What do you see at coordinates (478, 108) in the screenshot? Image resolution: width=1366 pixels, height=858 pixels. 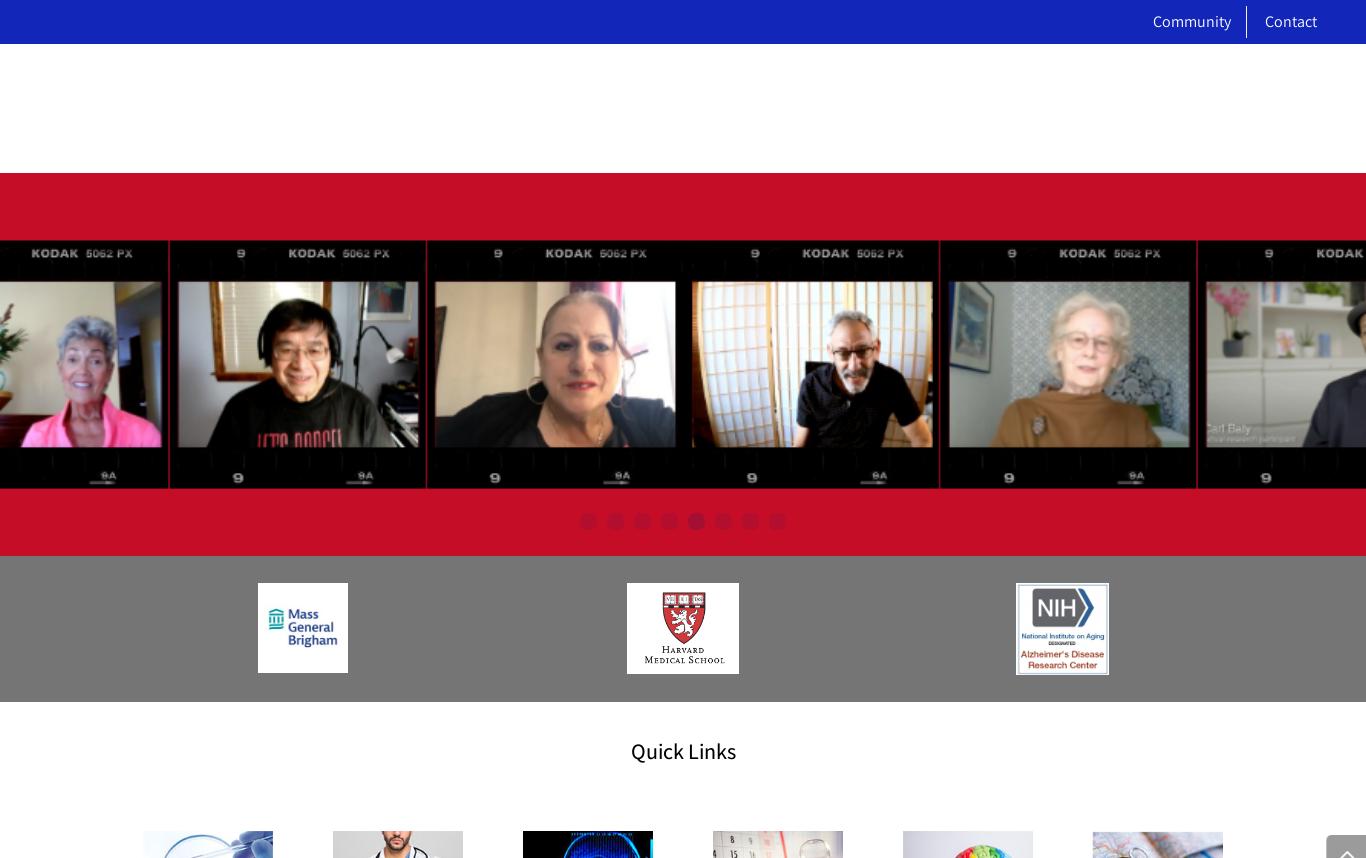 I see `'About'` at bounding box center [478, 108].